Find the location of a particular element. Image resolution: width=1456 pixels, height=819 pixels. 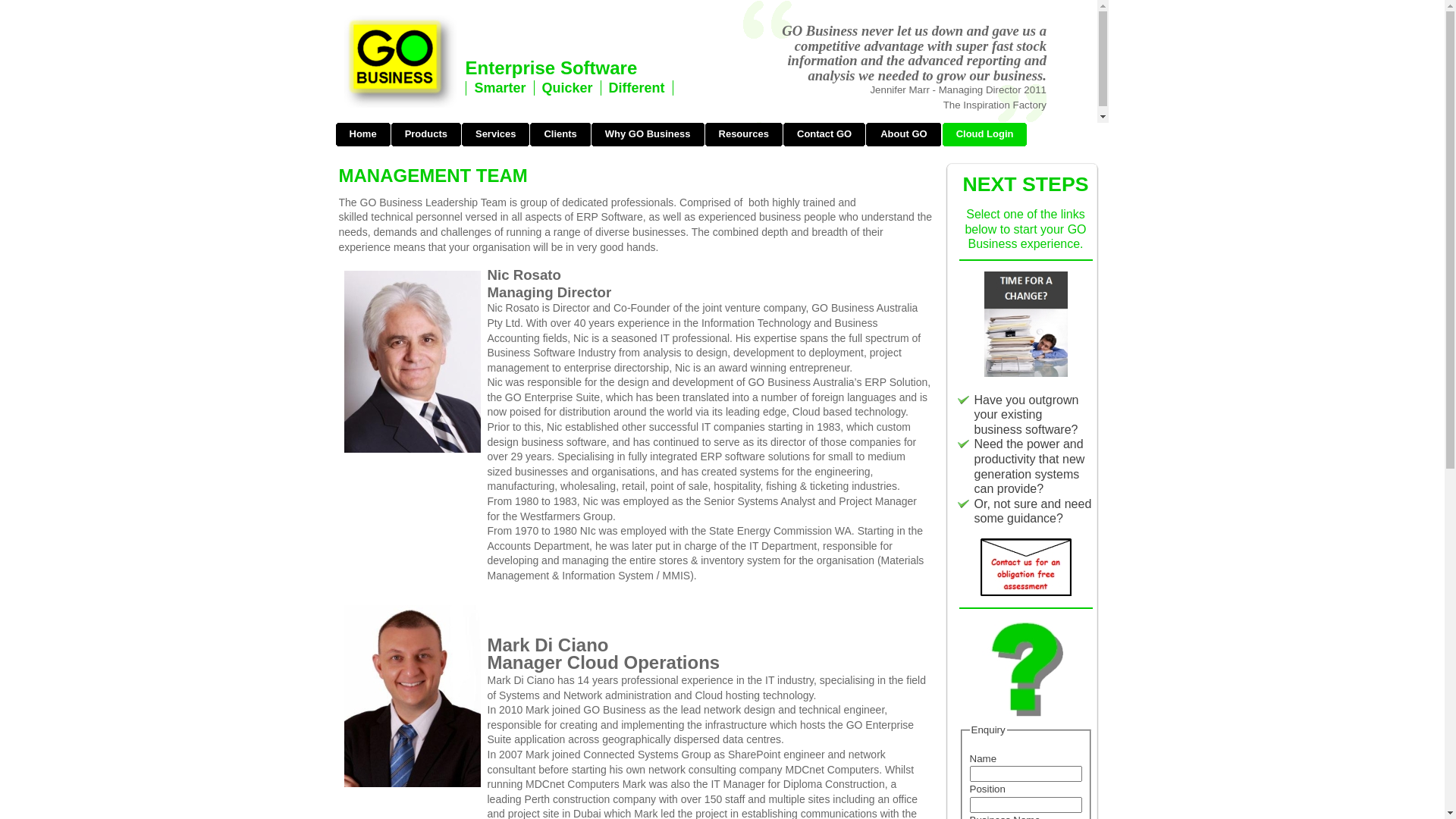

'Quicker' is located at coordinates (542, 87).